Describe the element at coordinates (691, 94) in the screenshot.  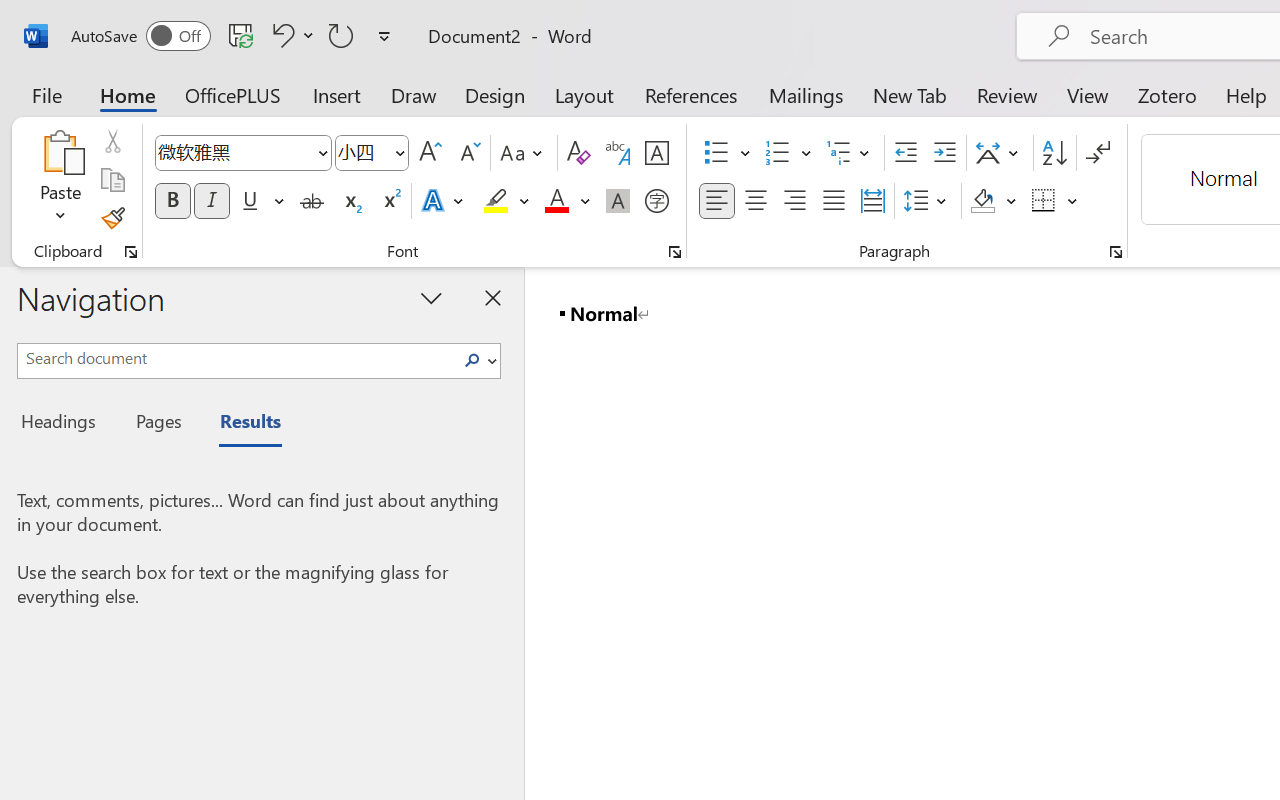
I see `'References'` at that location.